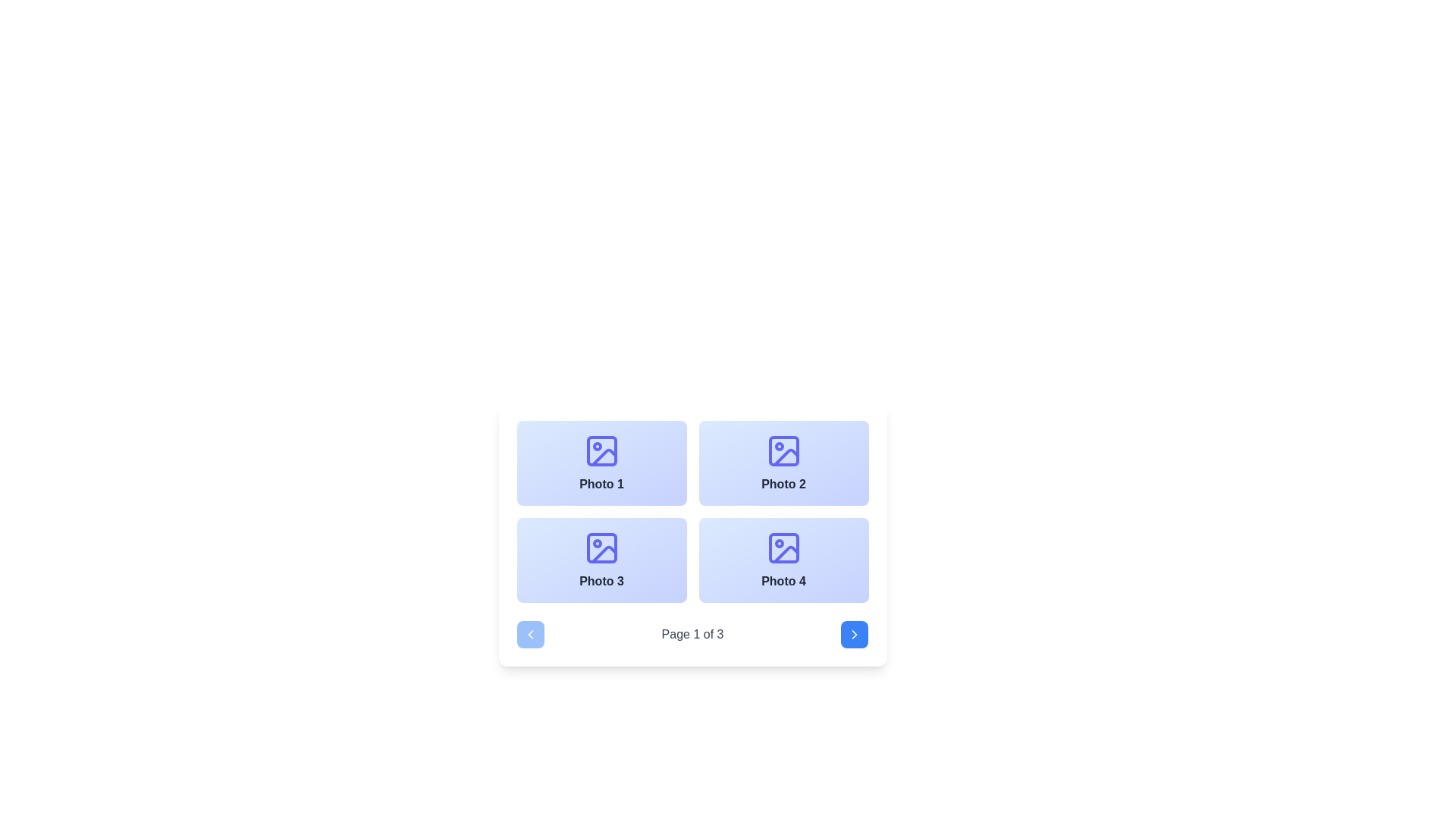 This screenshot has height=819, width=1456. I want to click on the background shape of the image icon located in the bottom-right cell of the 2x2 grid layout, which features rounded corners and a minimalistic line art design, so click(783, 548).